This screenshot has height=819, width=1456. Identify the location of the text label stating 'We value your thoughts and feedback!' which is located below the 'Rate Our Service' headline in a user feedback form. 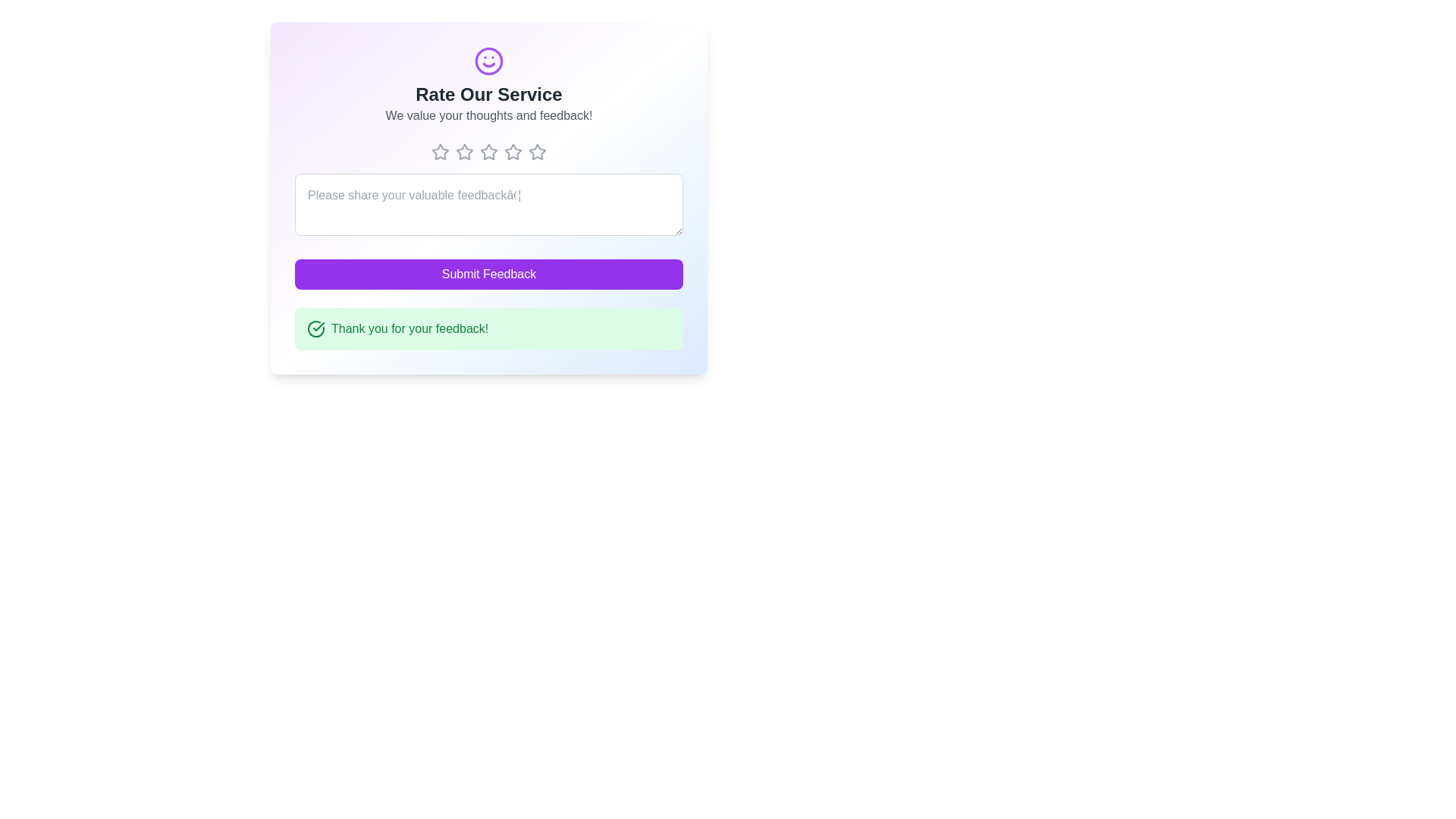
(488, 115).